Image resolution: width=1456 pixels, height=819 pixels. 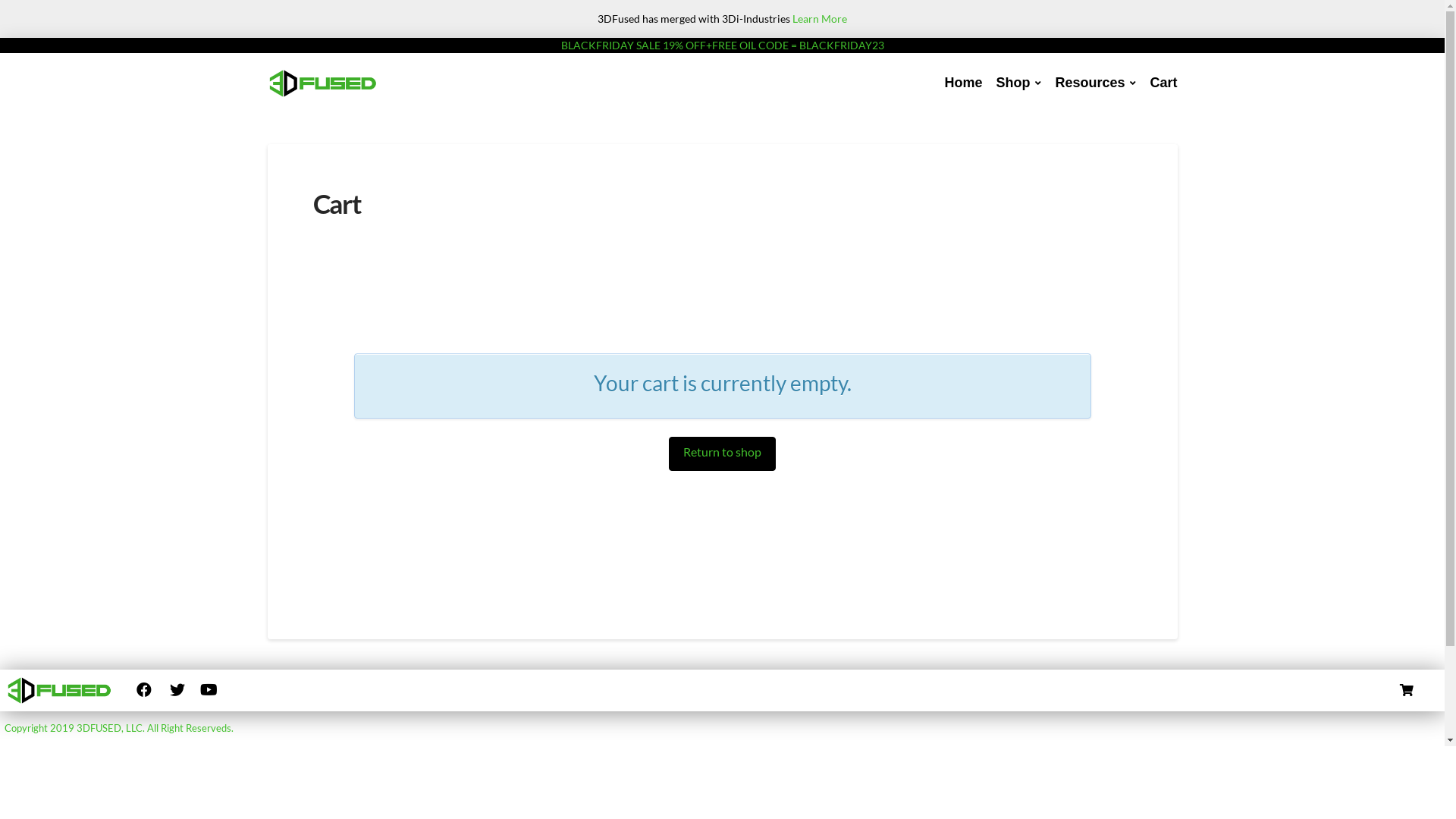 I want to click on 'Learn More', so click(x=818, y=18).